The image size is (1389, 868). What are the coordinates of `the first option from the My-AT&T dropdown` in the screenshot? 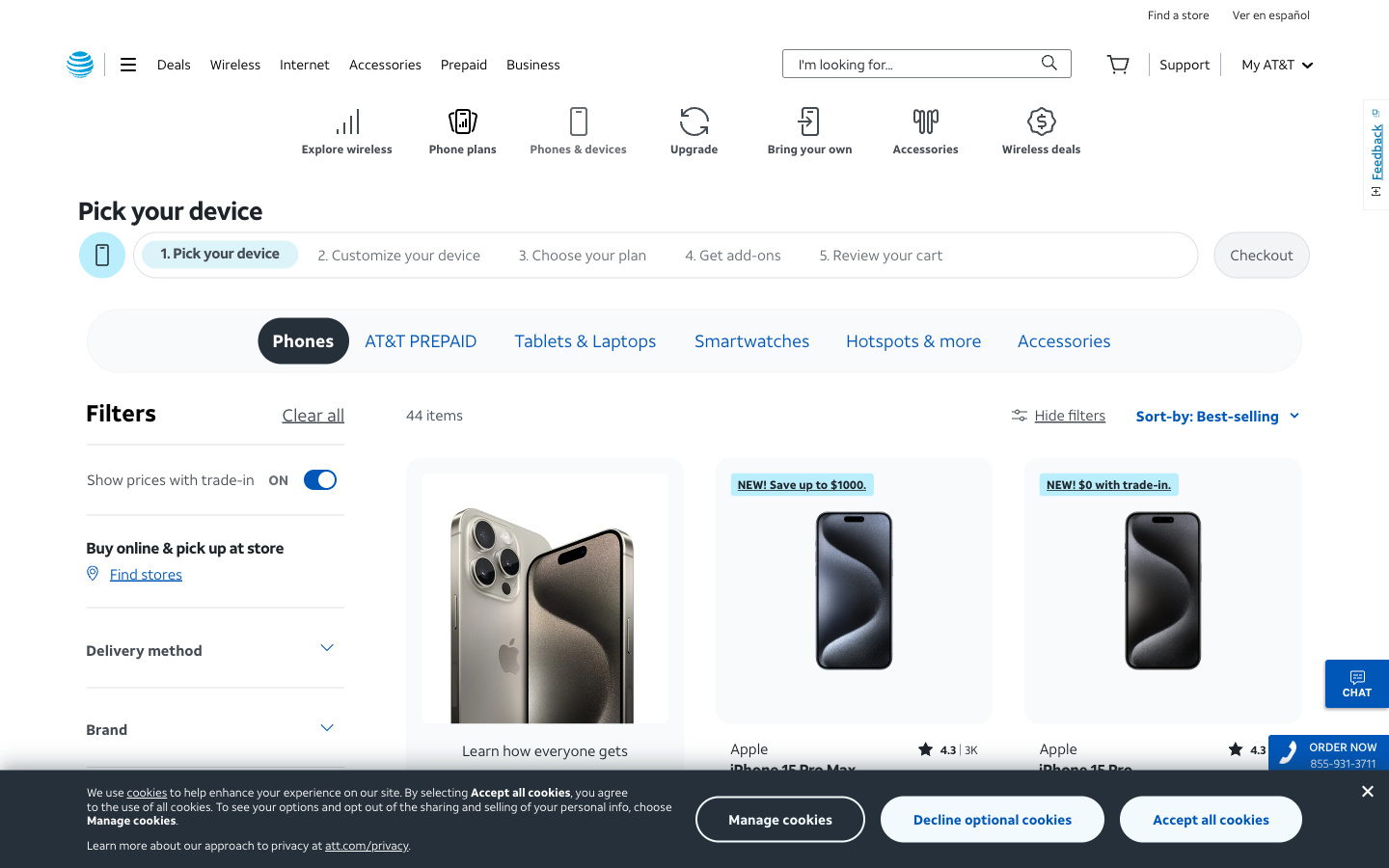 It's located at (1275, 63).